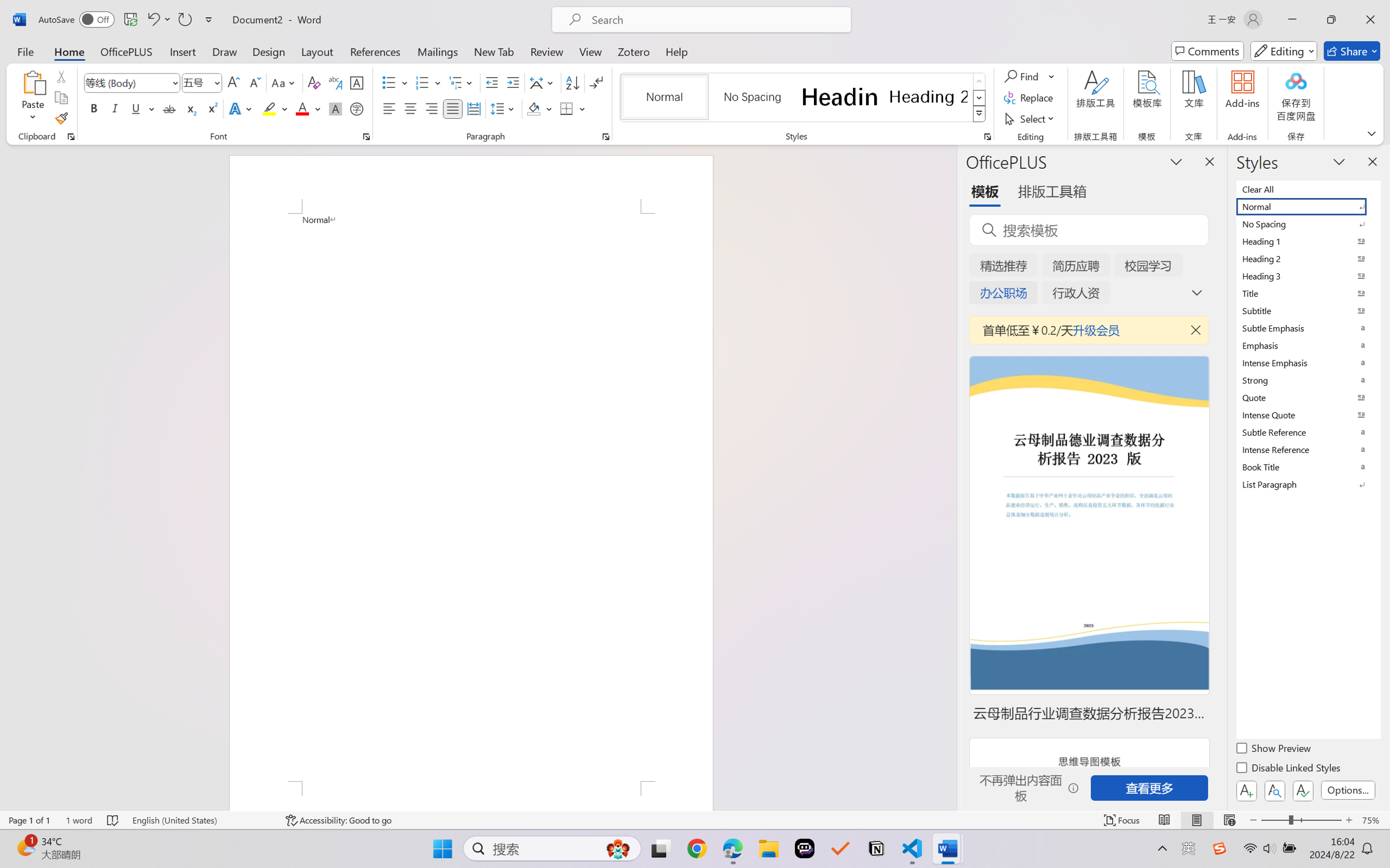  What do you see at coordinates (389, 83) in the screenshot?
I see `'Bullets'` at bounding box center [389, 83].